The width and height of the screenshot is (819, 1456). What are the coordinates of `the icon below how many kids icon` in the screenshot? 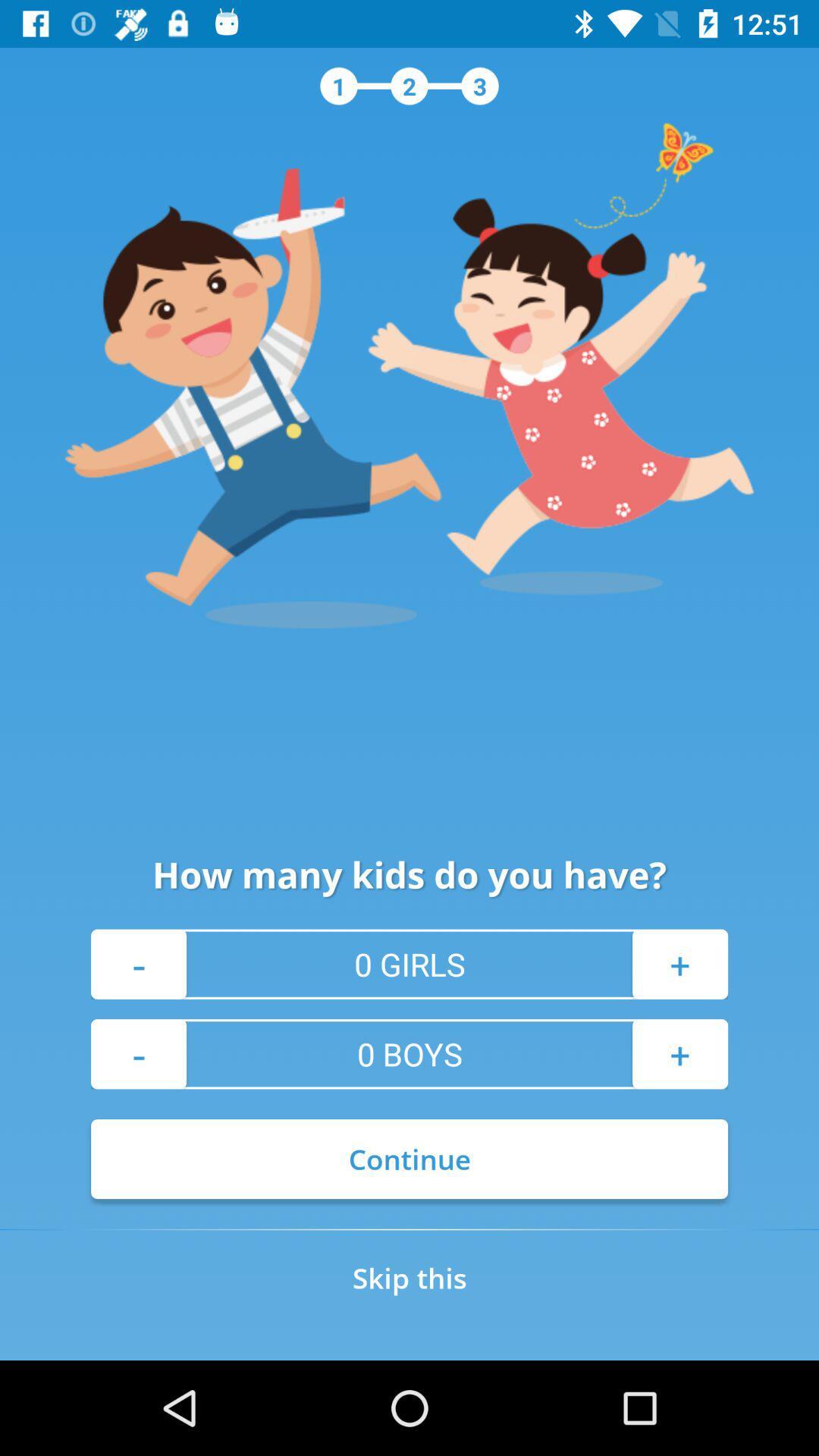 It's located at (679, 963).